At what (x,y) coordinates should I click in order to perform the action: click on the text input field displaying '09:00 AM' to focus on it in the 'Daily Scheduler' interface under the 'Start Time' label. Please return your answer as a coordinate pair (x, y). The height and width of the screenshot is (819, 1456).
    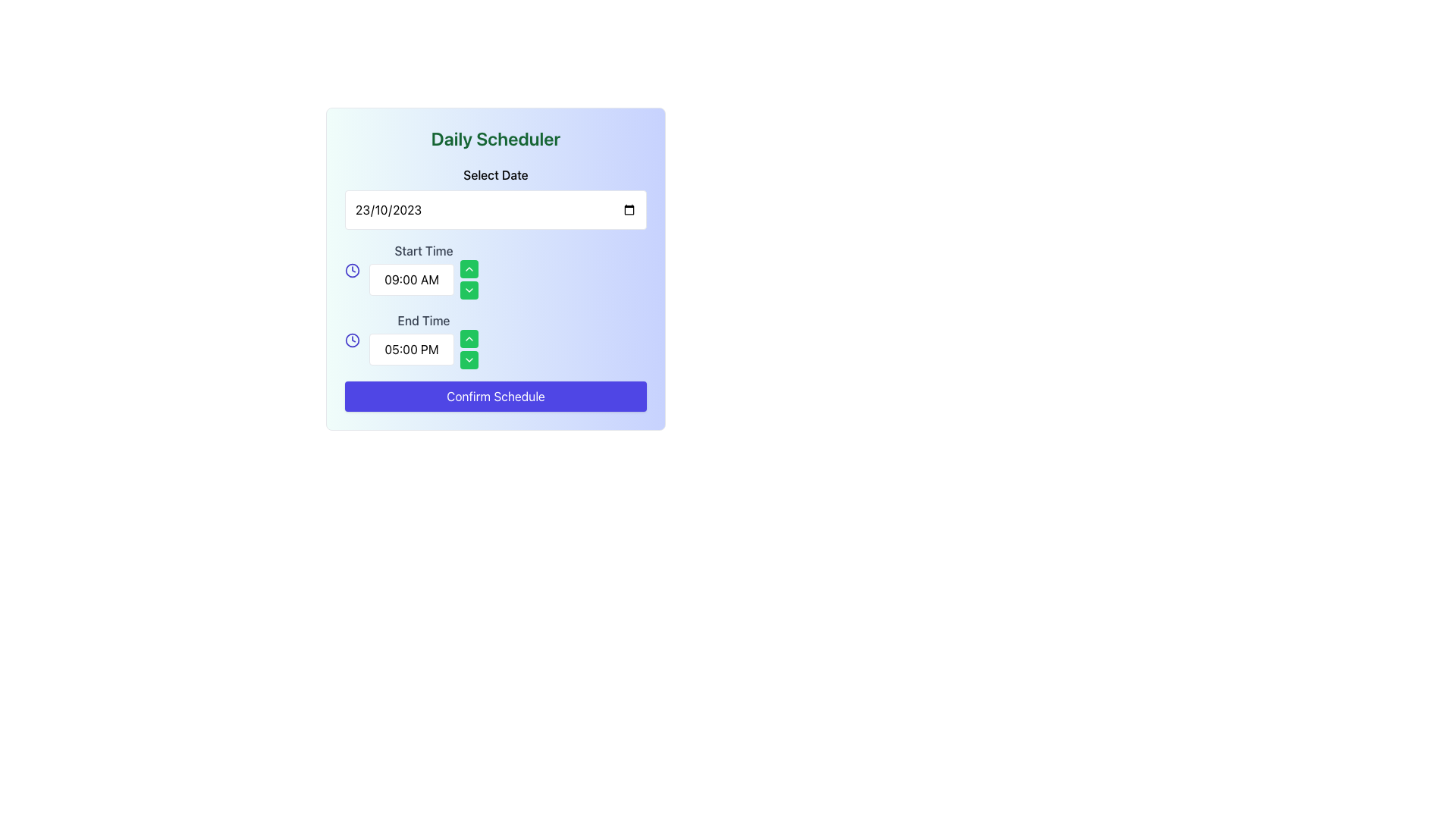
    Looking at the image, I should click on (423, 280).